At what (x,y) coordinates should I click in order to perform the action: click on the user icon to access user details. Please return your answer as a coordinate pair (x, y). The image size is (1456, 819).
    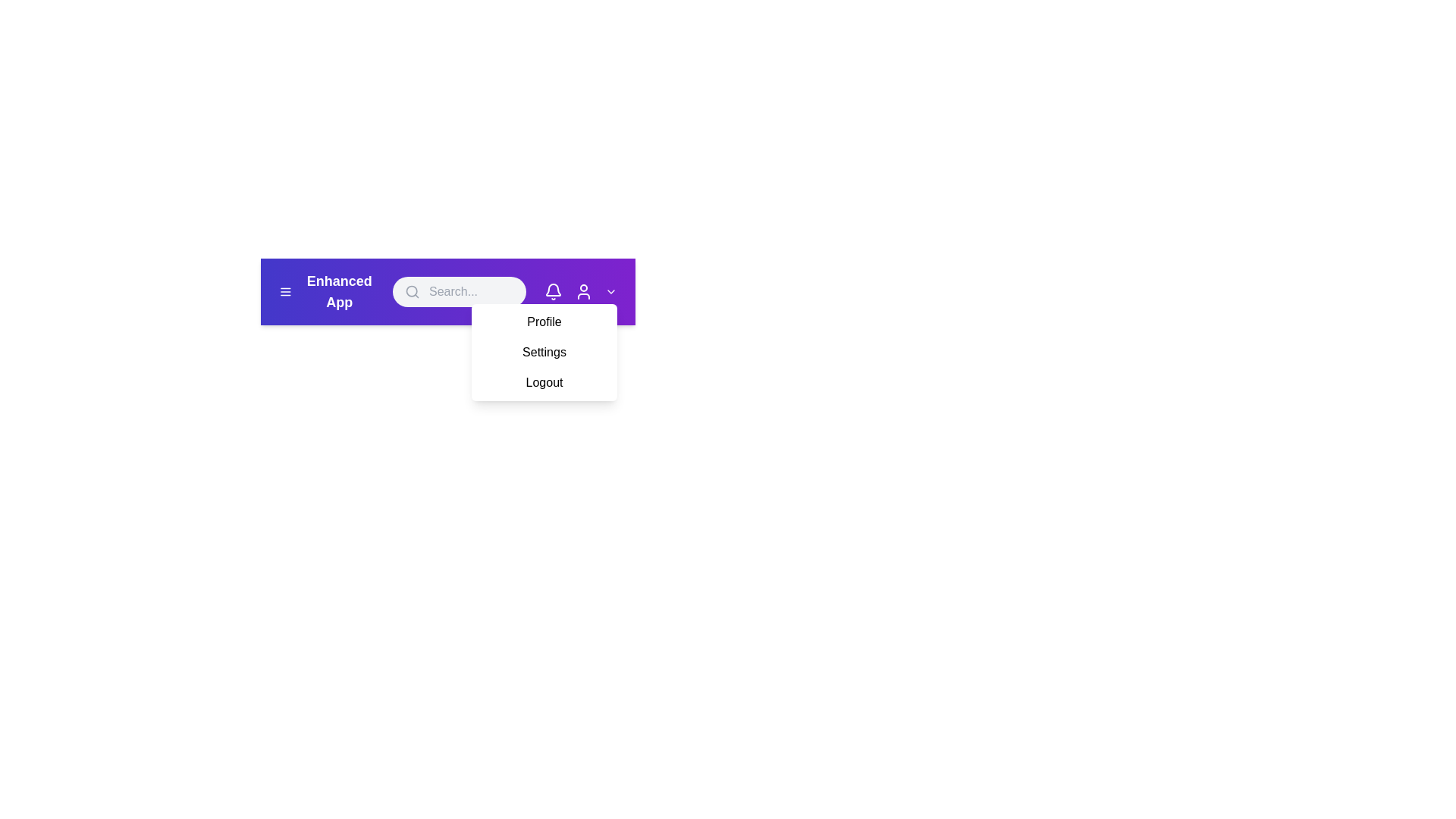
    Looking at the image, I should click on (582, 292).